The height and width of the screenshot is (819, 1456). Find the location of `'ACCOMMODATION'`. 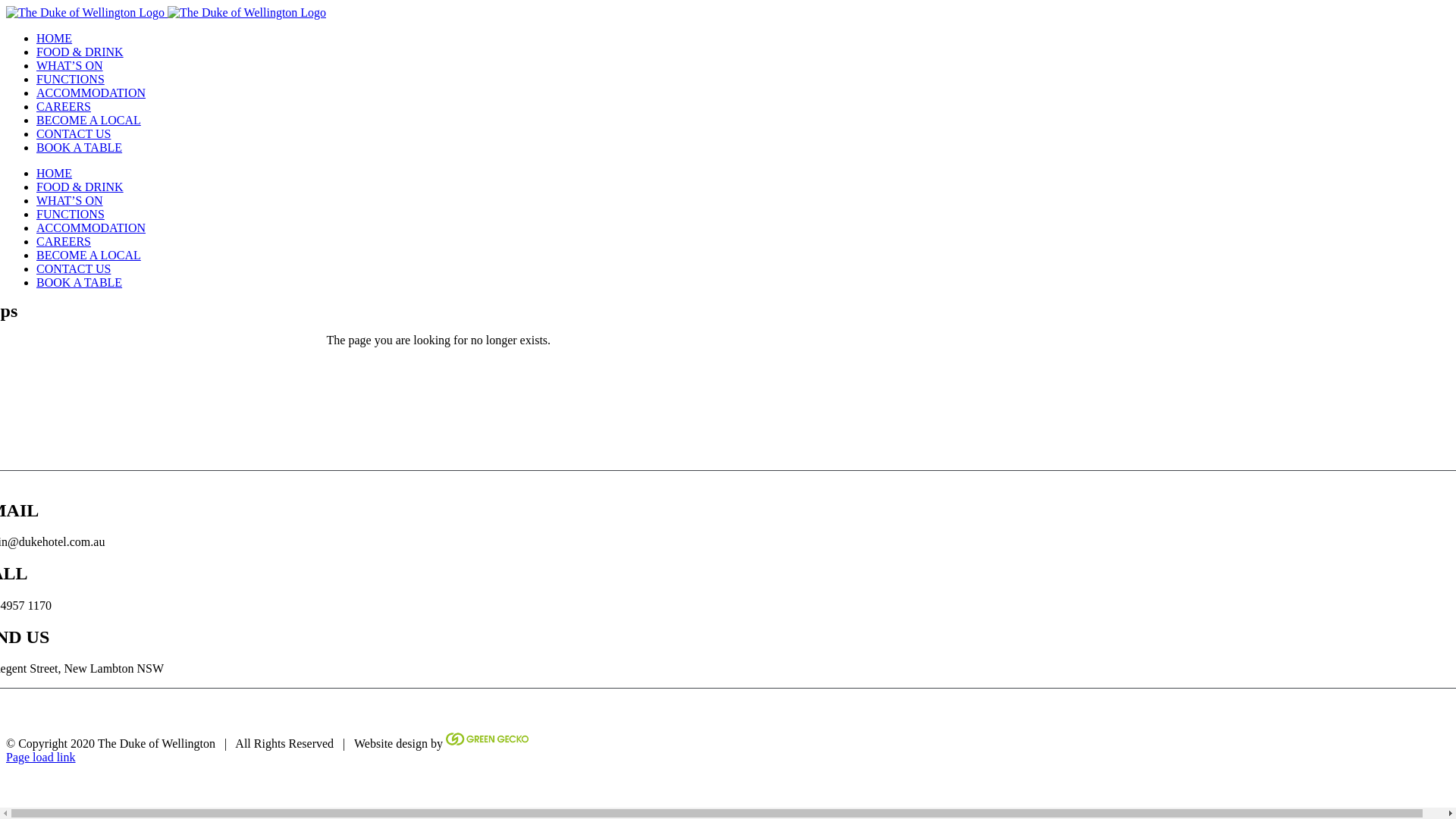

'ACCOMMODATION' is located at coordinates (90, 227).